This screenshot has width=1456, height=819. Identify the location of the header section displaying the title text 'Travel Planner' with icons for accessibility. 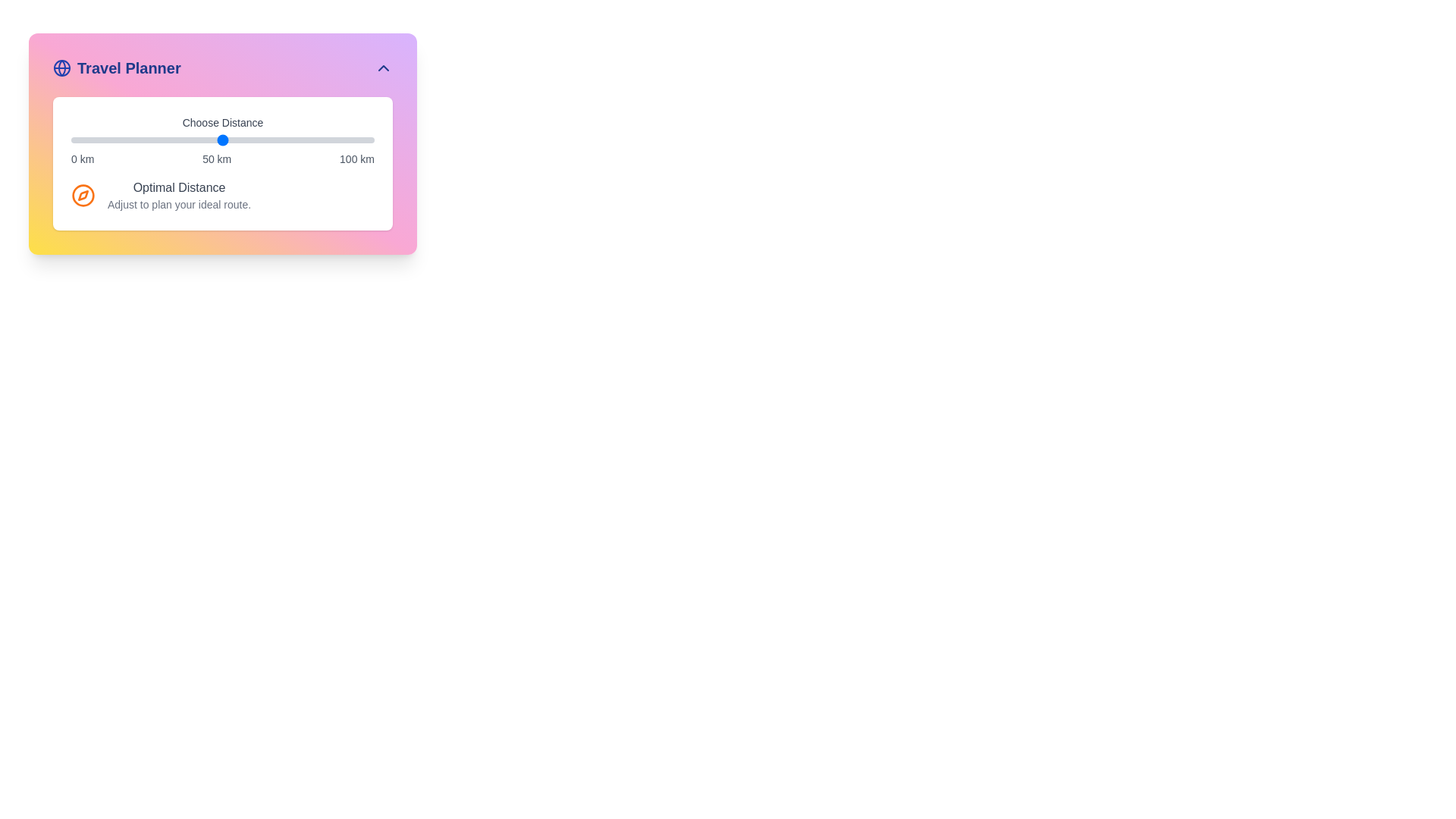
(221, 67).